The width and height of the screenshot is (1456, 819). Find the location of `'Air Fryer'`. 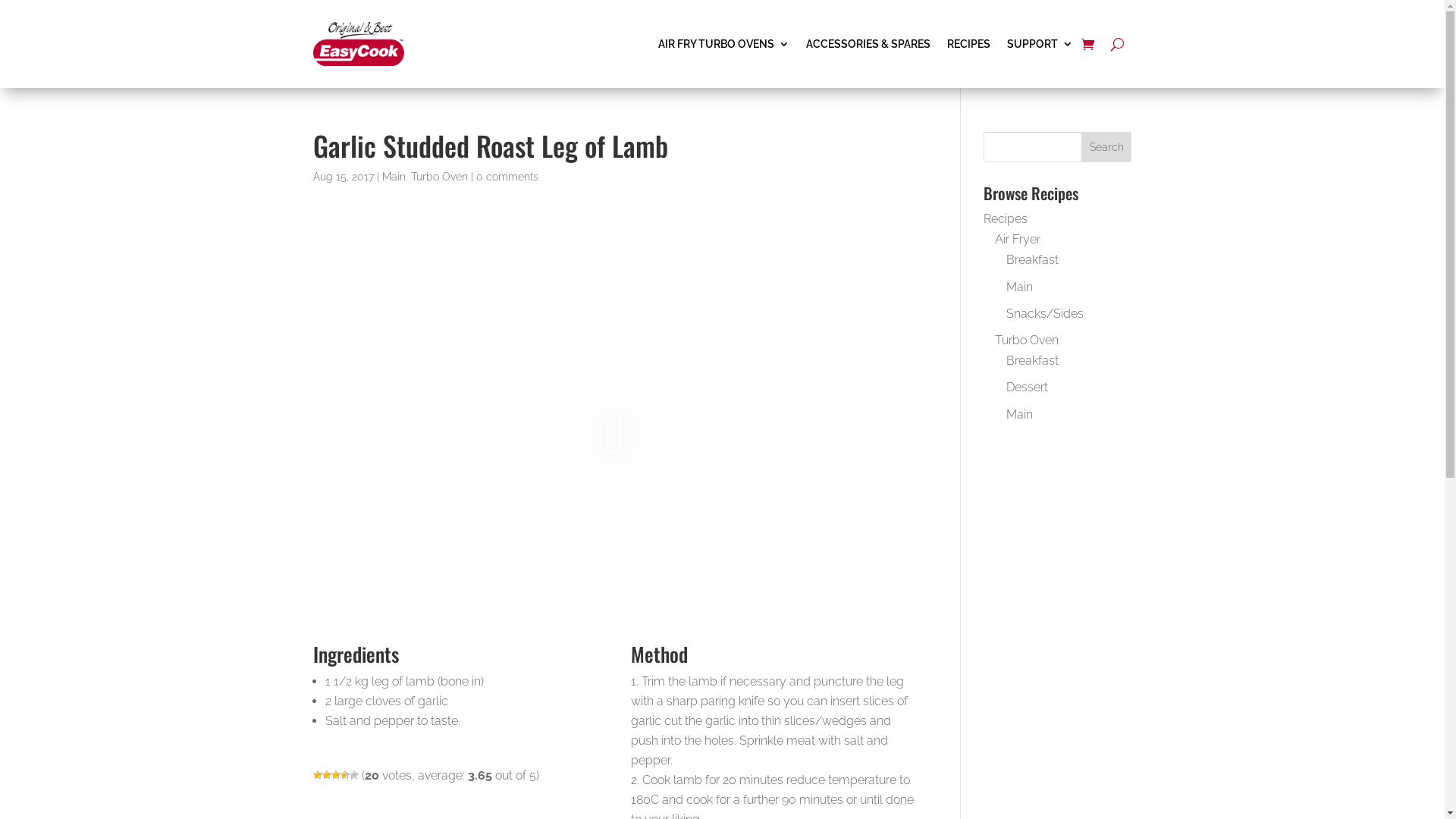

'Air Fryer' is located at coordinates (1018, 239).